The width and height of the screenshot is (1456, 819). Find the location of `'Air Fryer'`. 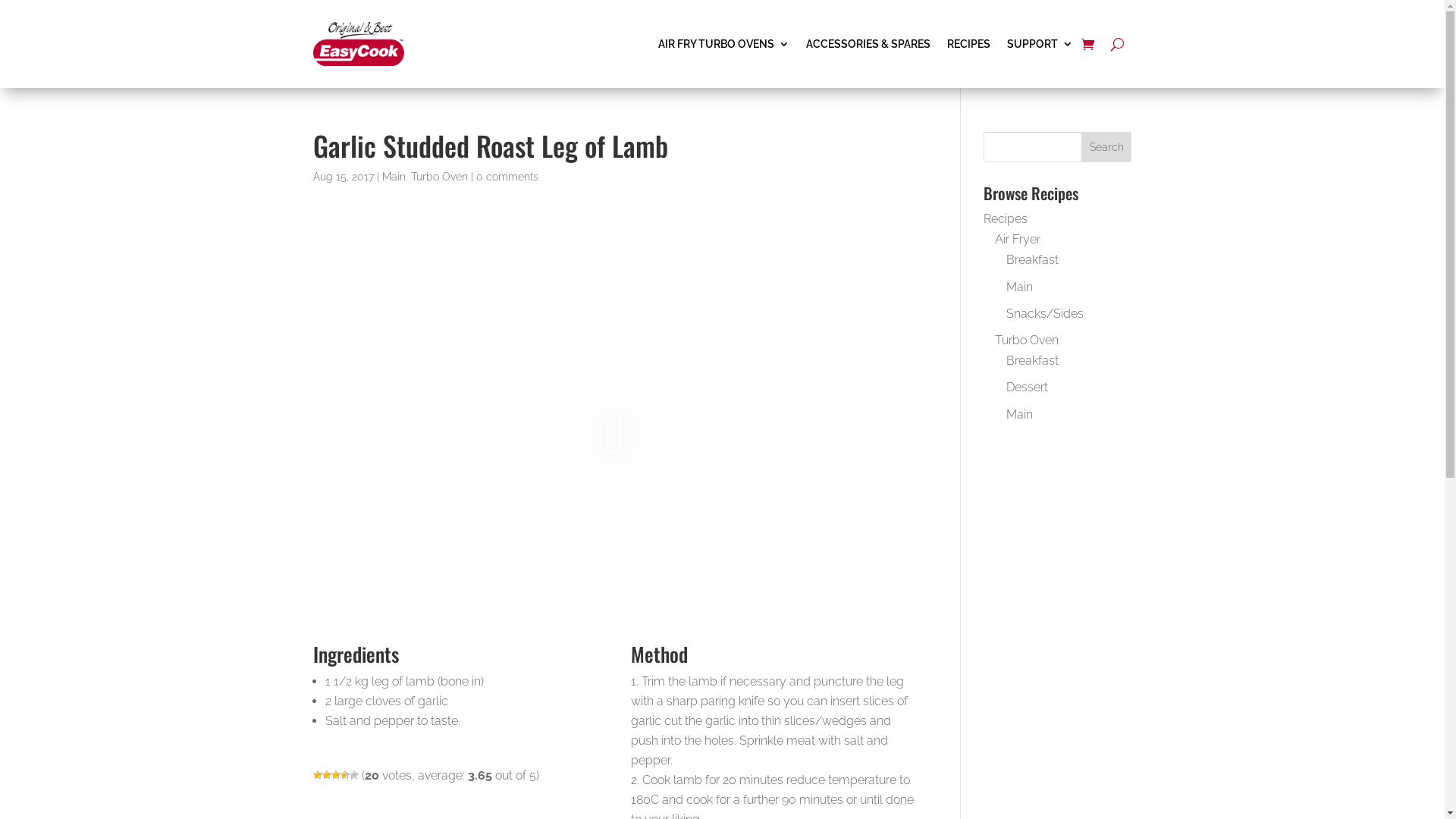

'Air Fryer' is located at coordinates (1018, 239).